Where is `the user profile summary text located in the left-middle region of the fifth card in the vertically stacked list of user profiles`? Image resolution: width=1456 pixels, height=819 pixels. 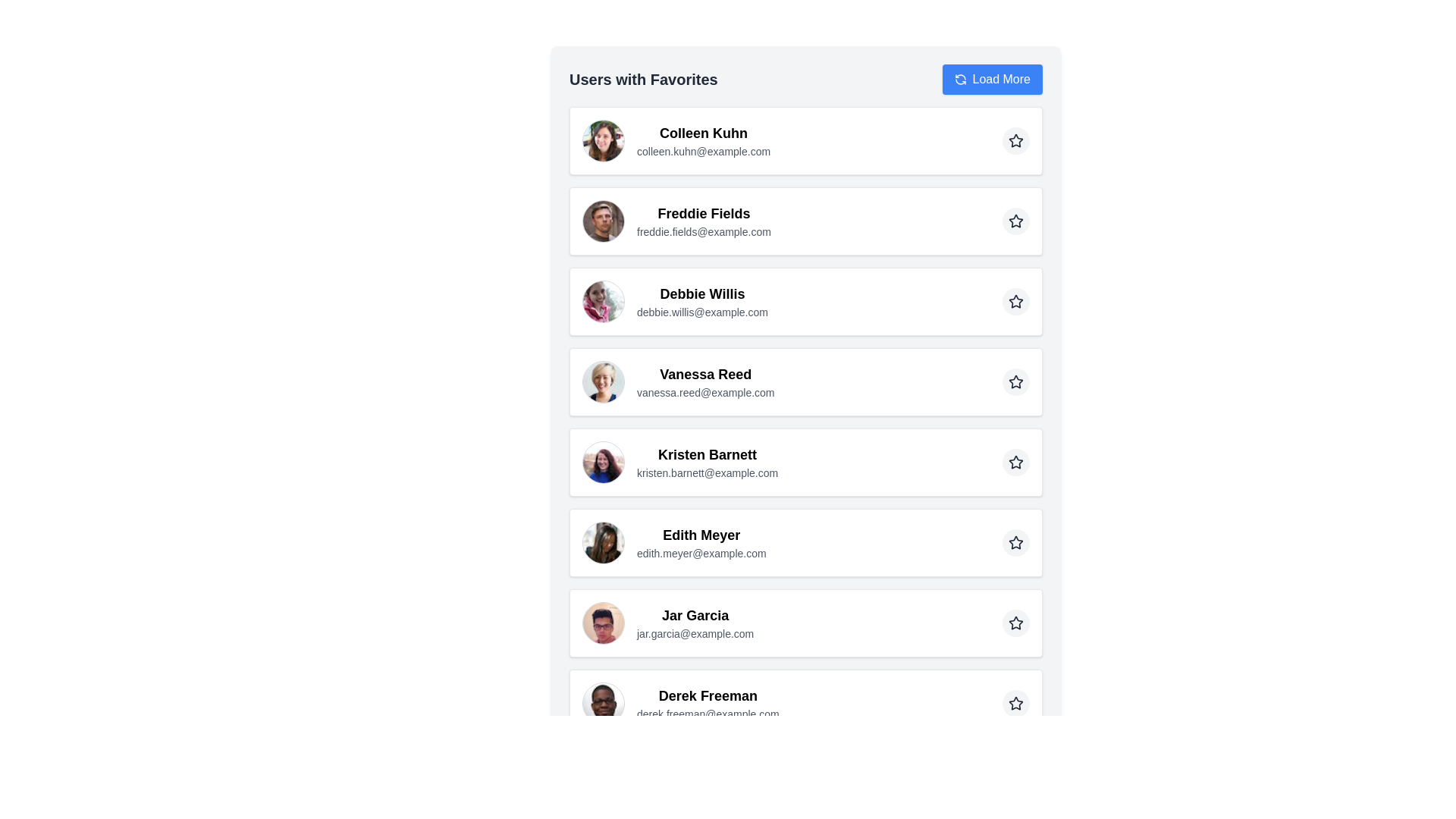 the user profile summary text located in the left-middle region of the fifth card in the vertically stacked list of user profiles is located at coordinates (679, 461).